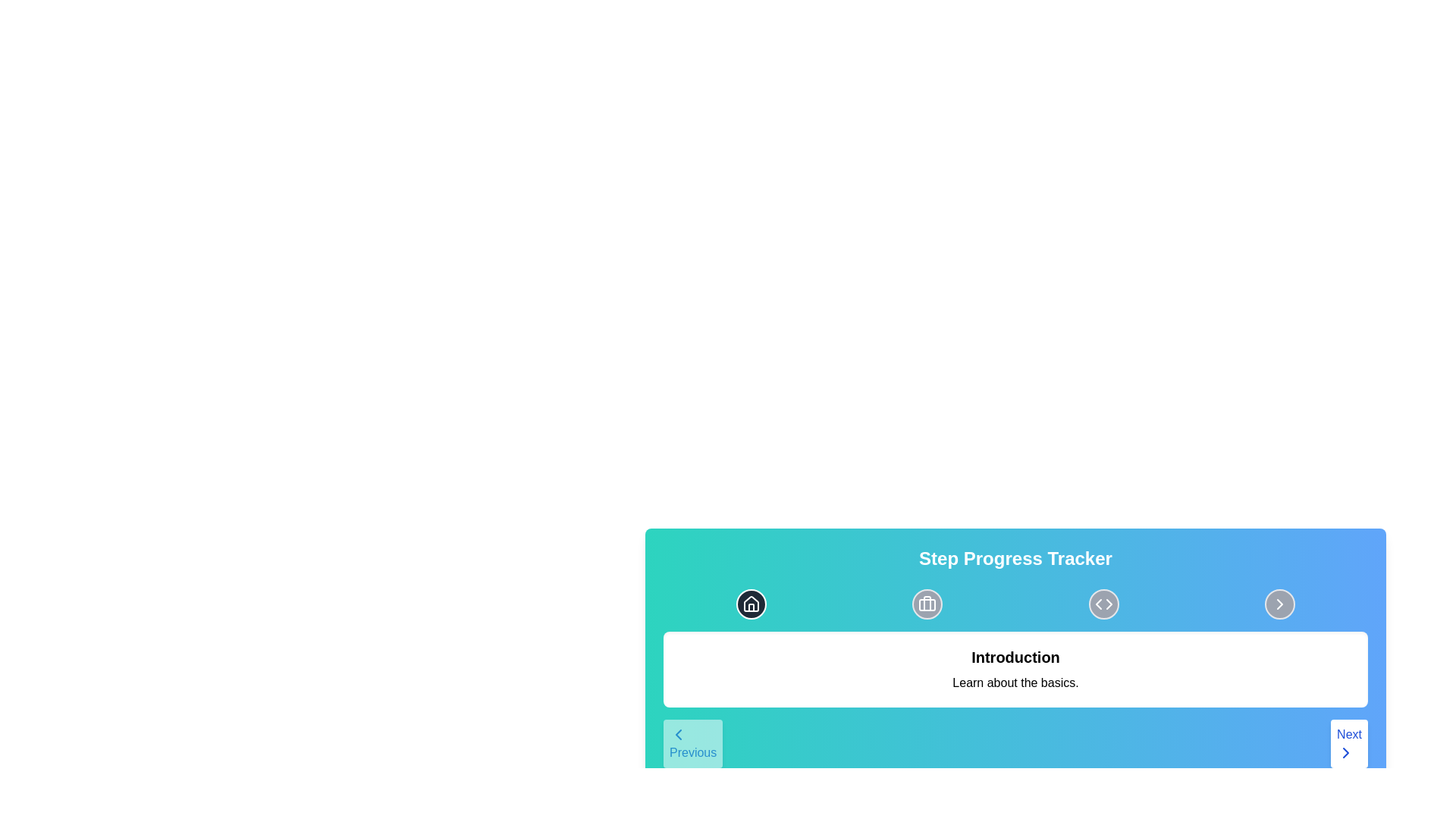 The image size is (1456, 819). What do you see at coordinates (927, 604) in the screenshot?
I see `the circular Icon Button with a gray background and a briefcase icon, which is the second button in the step progress tracker section` at bounding box center [927, 604].